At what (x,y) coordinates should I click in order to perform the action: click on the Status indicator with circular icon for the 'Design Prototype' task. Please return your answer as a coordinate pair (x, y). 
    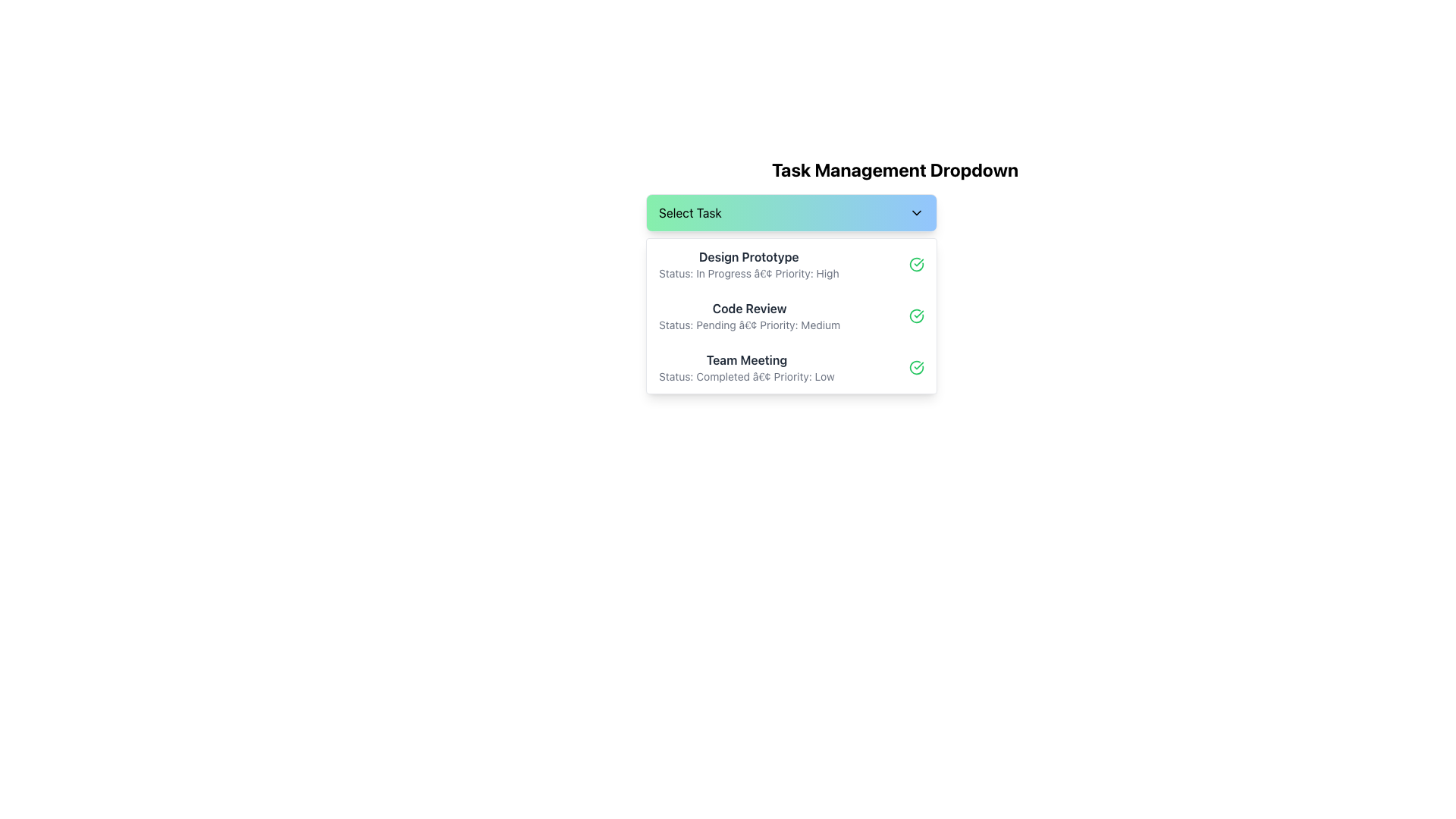
    Looking at the image, I should click on (916, 263).